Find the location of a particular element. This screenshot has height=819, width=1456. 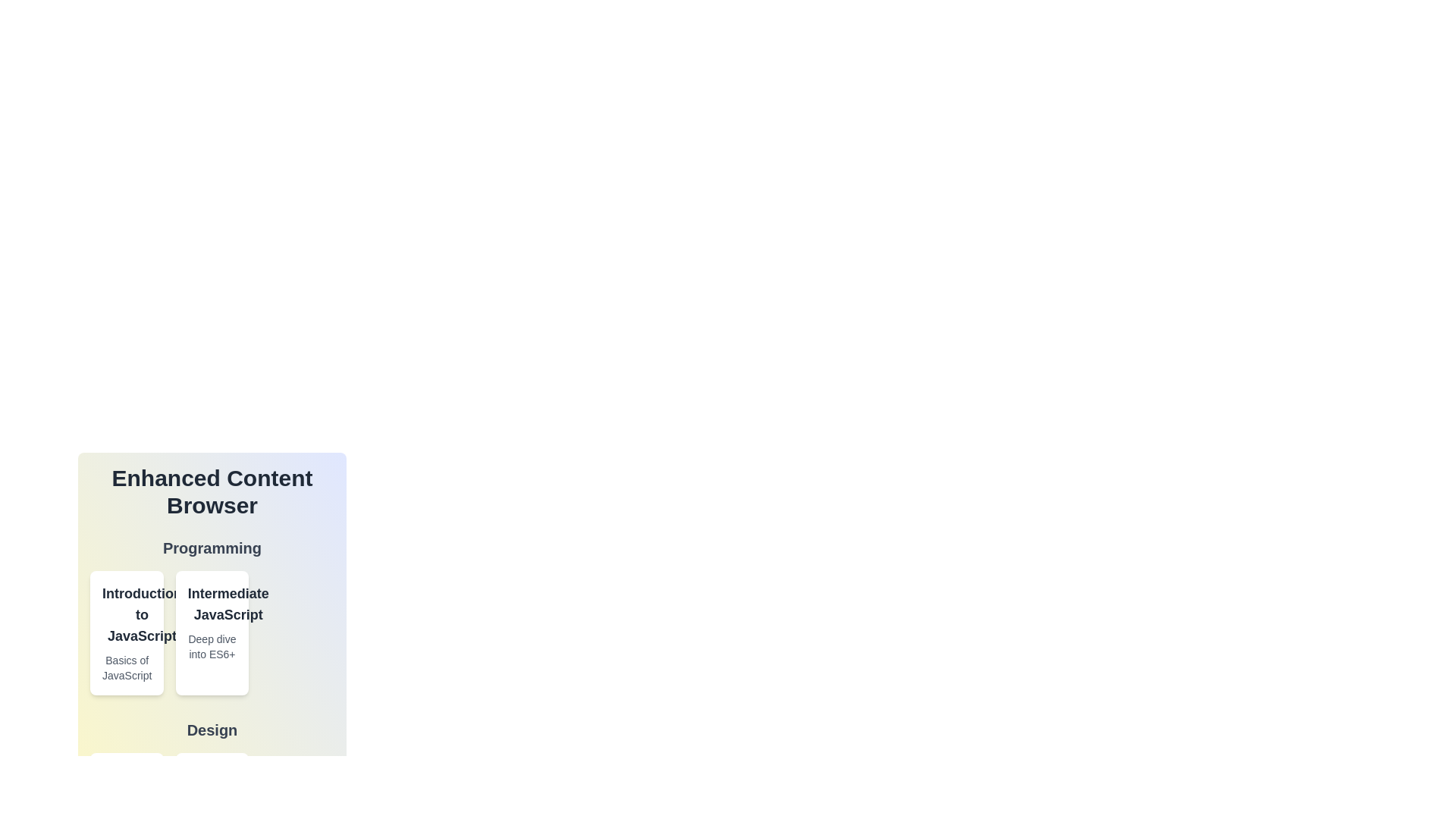

the category title Design to focus on its items is located at coordinates (211, 730).